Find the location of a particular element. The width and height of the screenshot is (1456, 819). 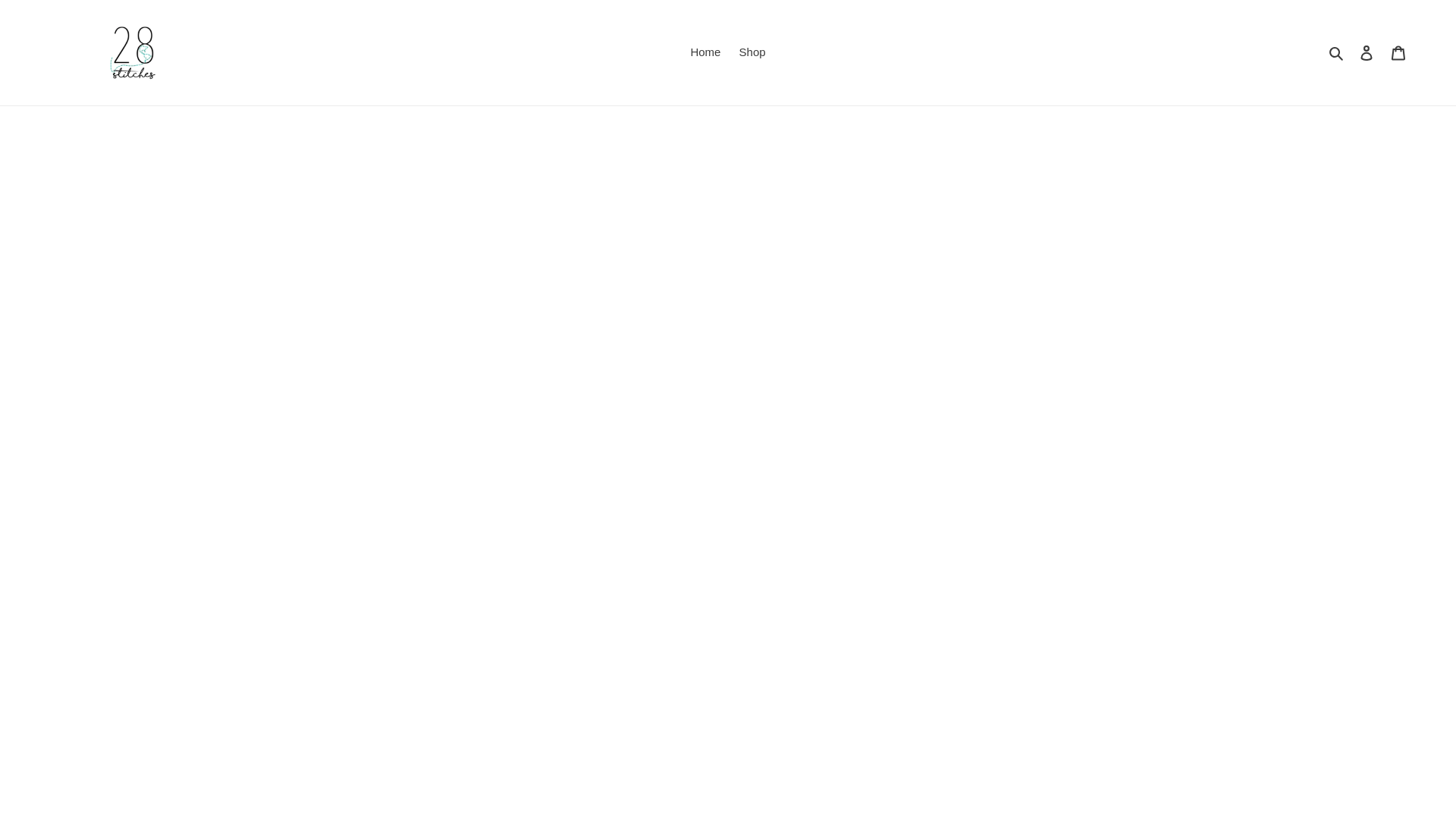

'Log in' is located at coordinates (1366, 52).